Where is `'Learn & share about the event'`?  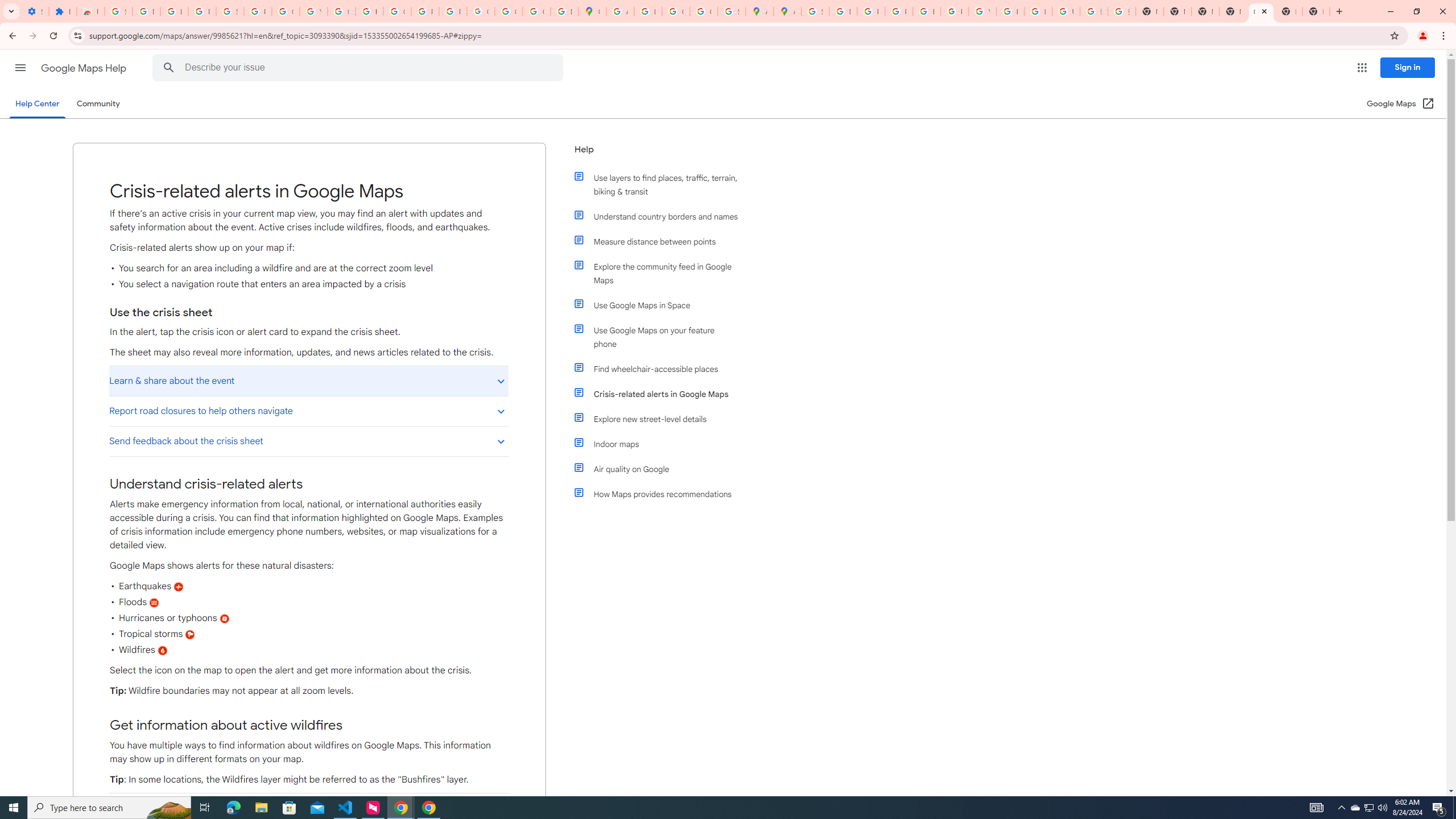 'Learn & share about the event' is located at coordinates (308, 380).